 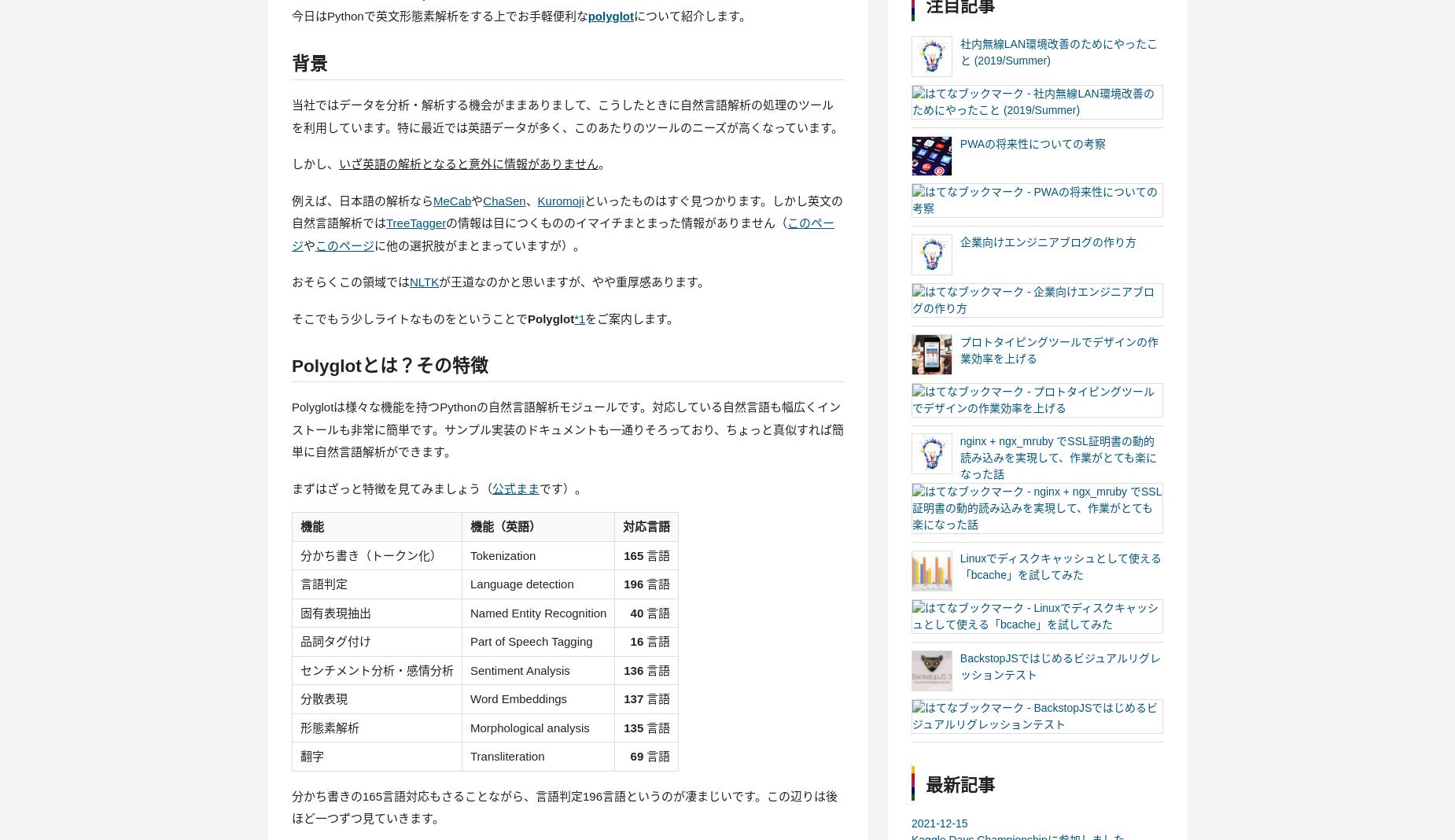 What do you see at coordinates (633, 726) in the screenshot?
I see `'135'` at bounding box center [633, 726].